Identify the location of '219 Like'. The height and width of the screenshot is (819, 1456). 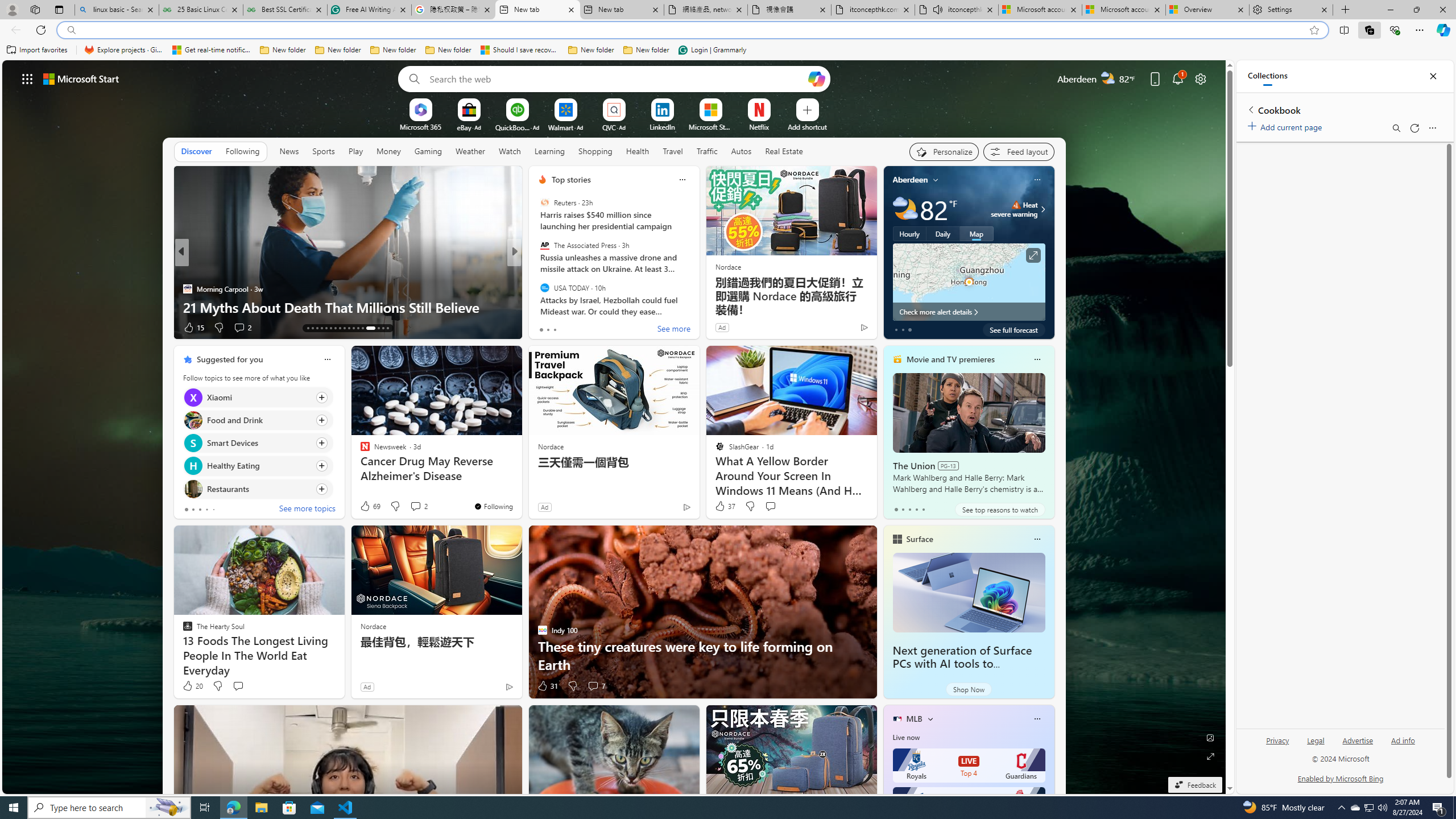
(544, 327).